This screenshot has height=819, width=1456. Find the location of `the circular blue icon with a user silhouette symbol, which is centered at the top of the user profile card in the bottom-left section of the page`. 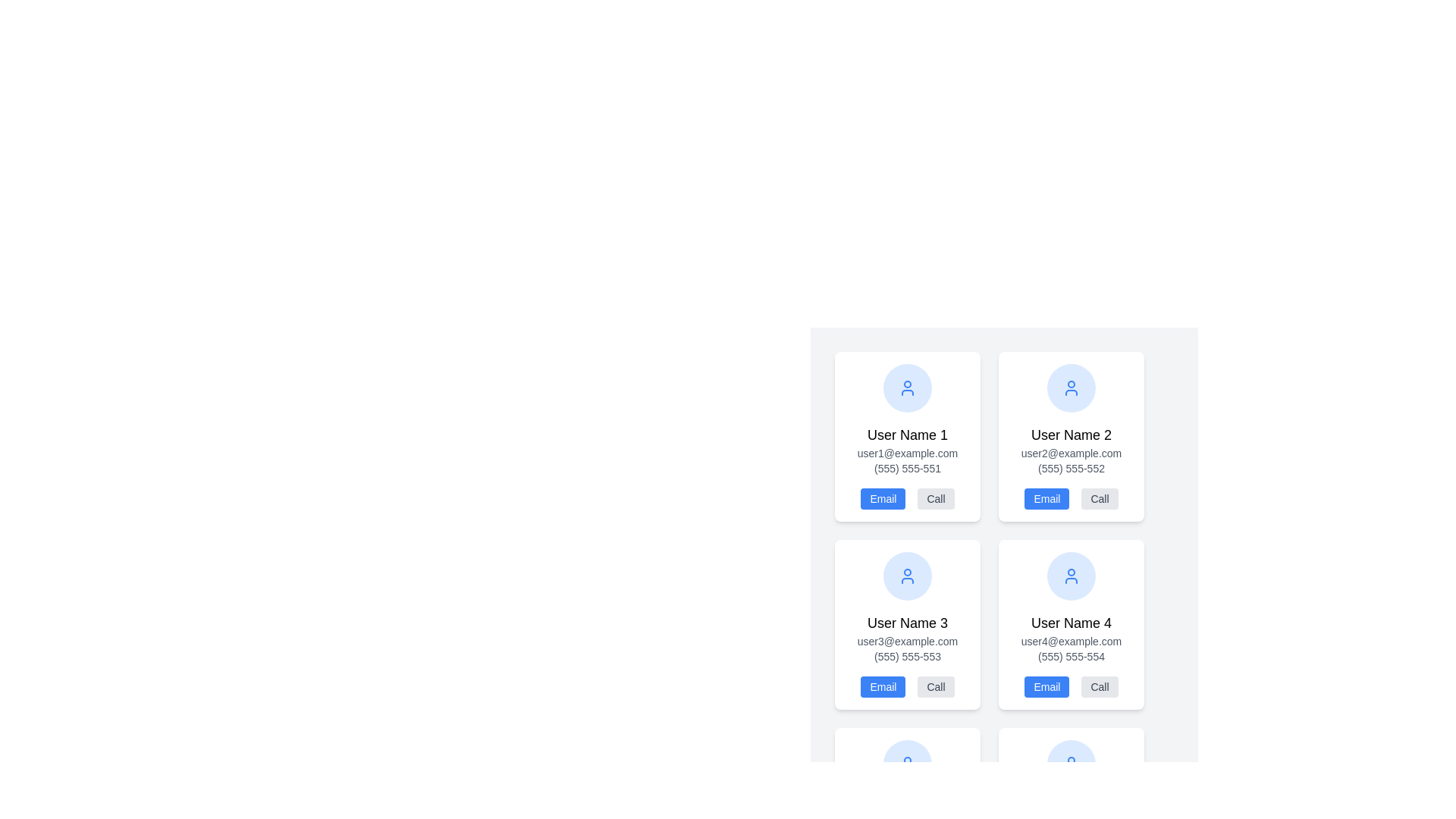

the circular blue icon with a user silhouette symbol, which is centered at the top of the user profile card in the bottom-left section of the page is located at coordinates (907, 764).